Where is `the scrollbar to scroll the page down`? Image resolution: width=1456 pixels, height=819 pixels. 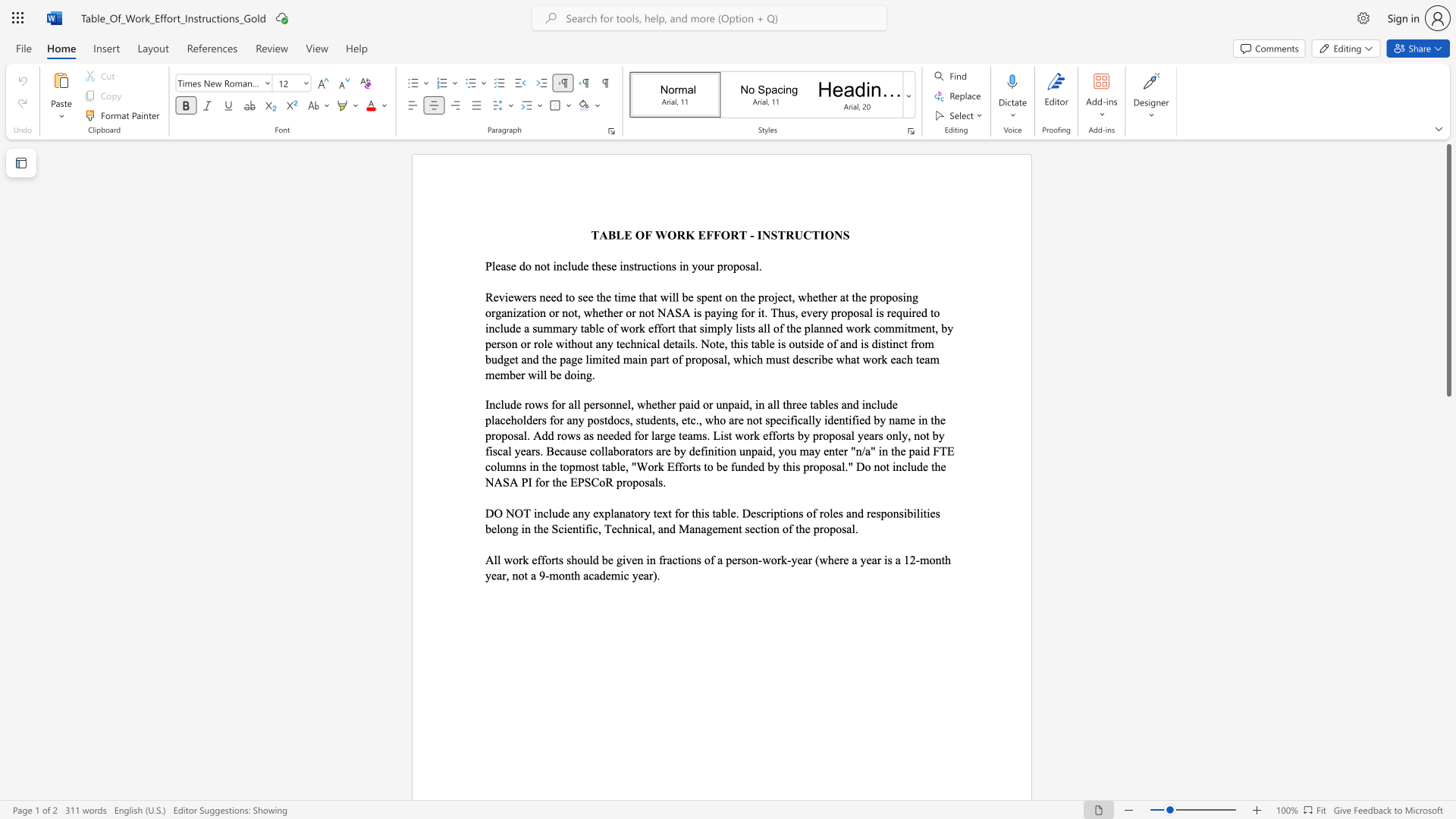 the scrollbar to scroll the page down is located at coordinates (1448, 568).